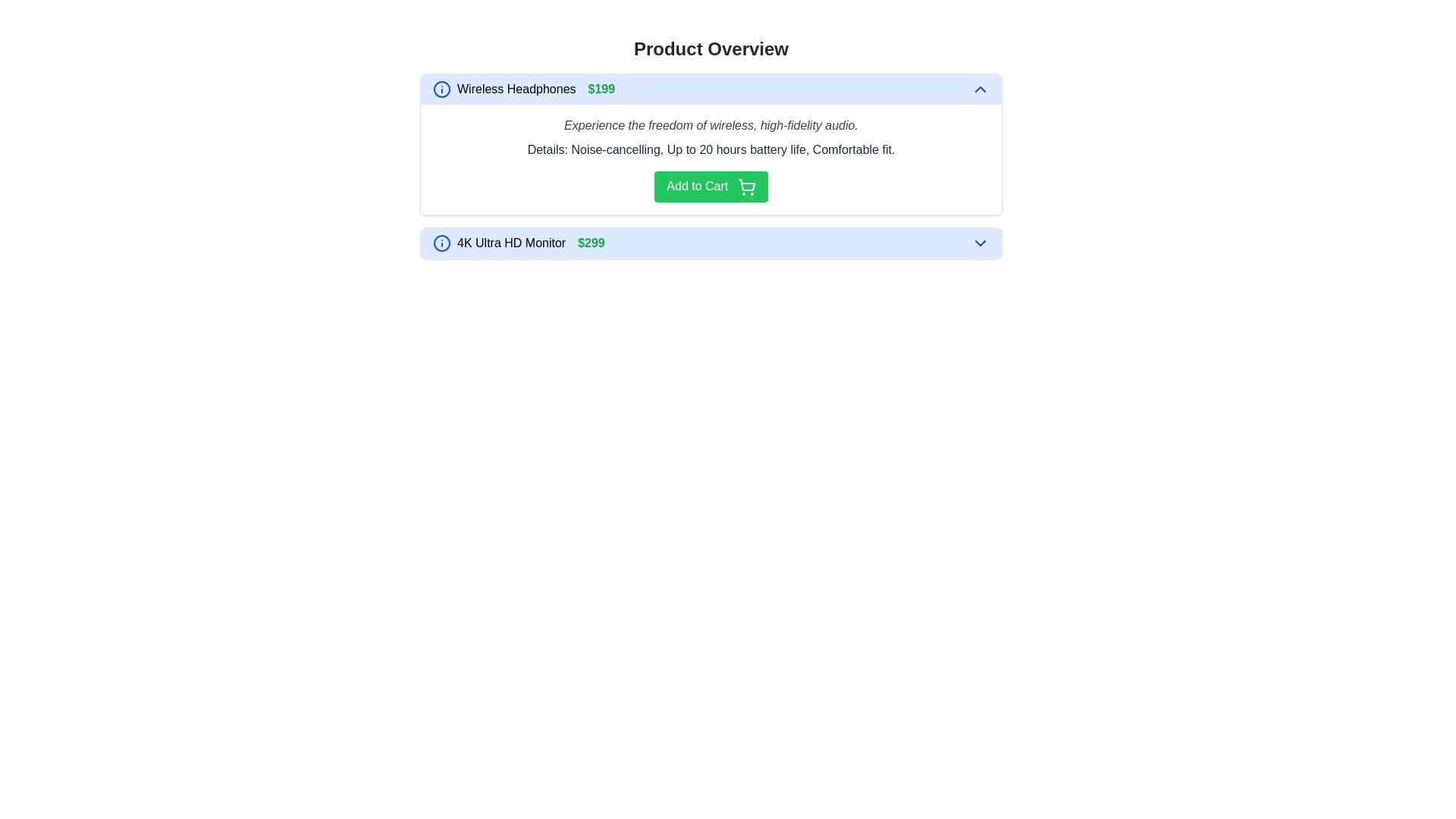  What do you see at coordinates (710, 124) in the screenshot?
I see `the introductory text element that describes the product's key features, which is located above the 'Details' paragraph and the green 'Add to Cart' button, positioned near the upper center of the page` at bounding box center [710, 124].